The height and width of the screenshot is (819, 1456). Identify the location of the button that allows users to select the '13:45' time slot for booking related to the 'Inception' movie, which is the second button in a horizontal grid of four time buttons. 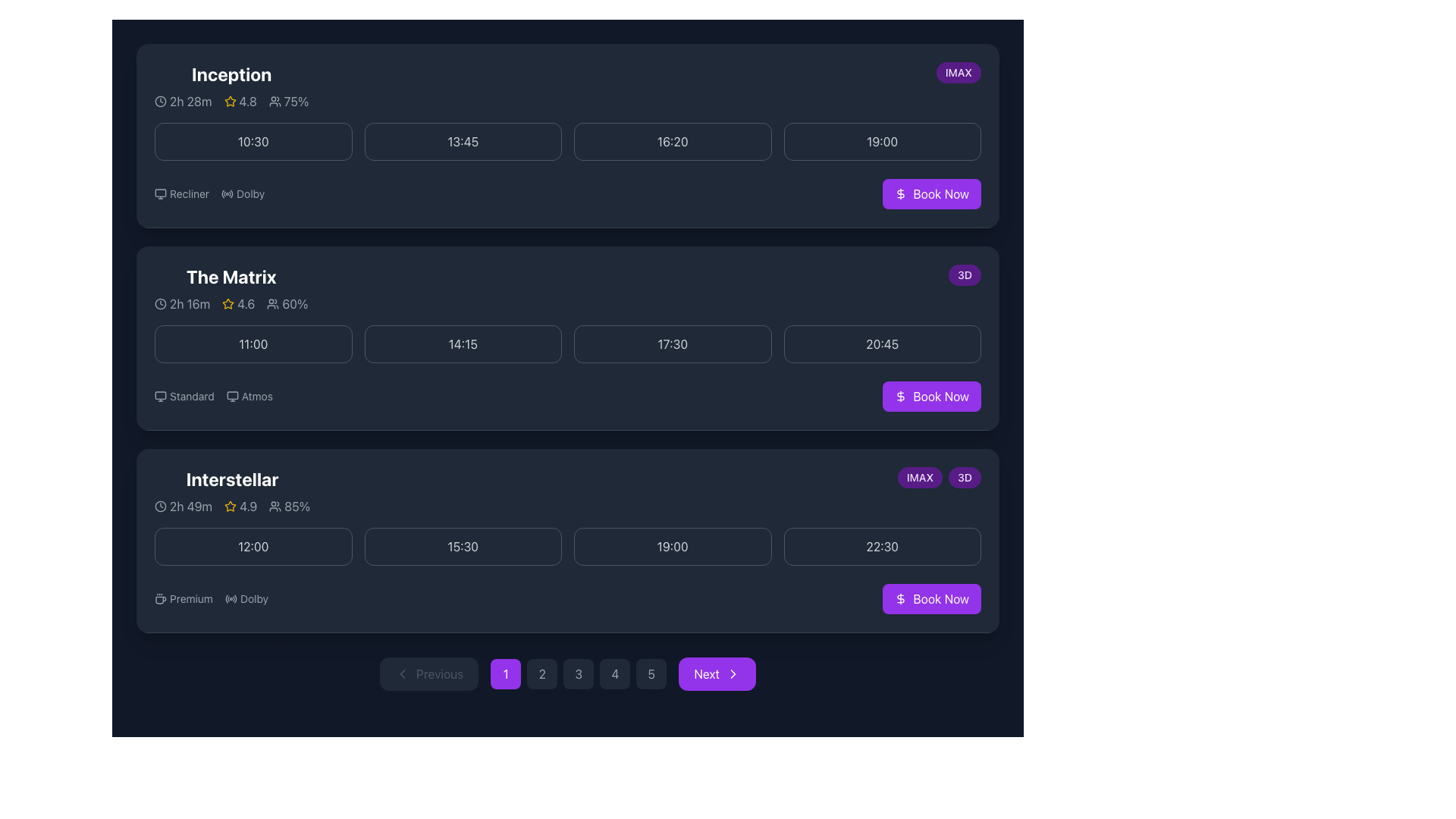
(462, 141).